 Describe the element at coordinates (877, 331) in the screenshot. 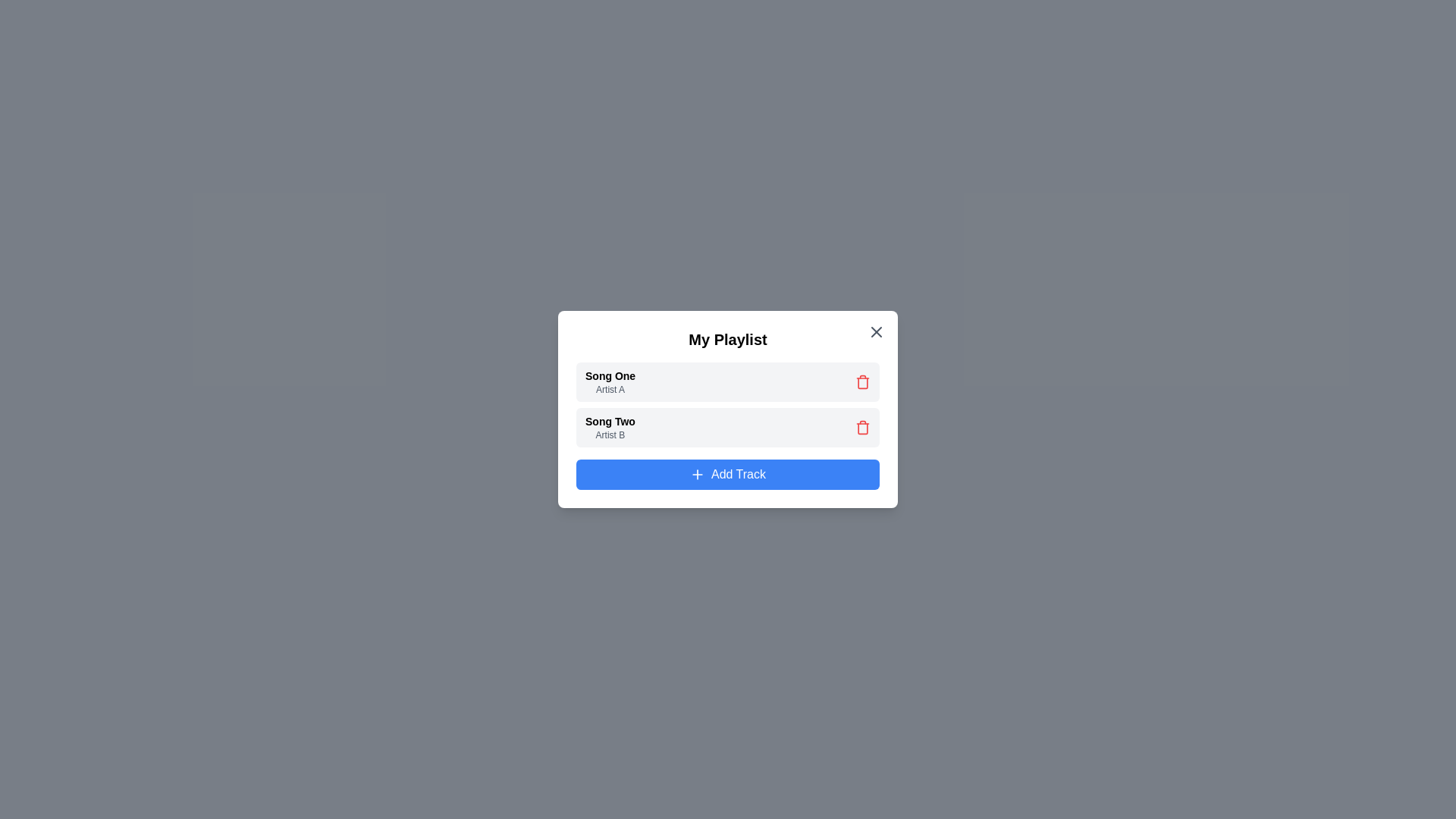

I see `the 'close' icon element located at the top-right corner of the playlist dialog, which is part of the SVG representing the 'X' icon` at that location.